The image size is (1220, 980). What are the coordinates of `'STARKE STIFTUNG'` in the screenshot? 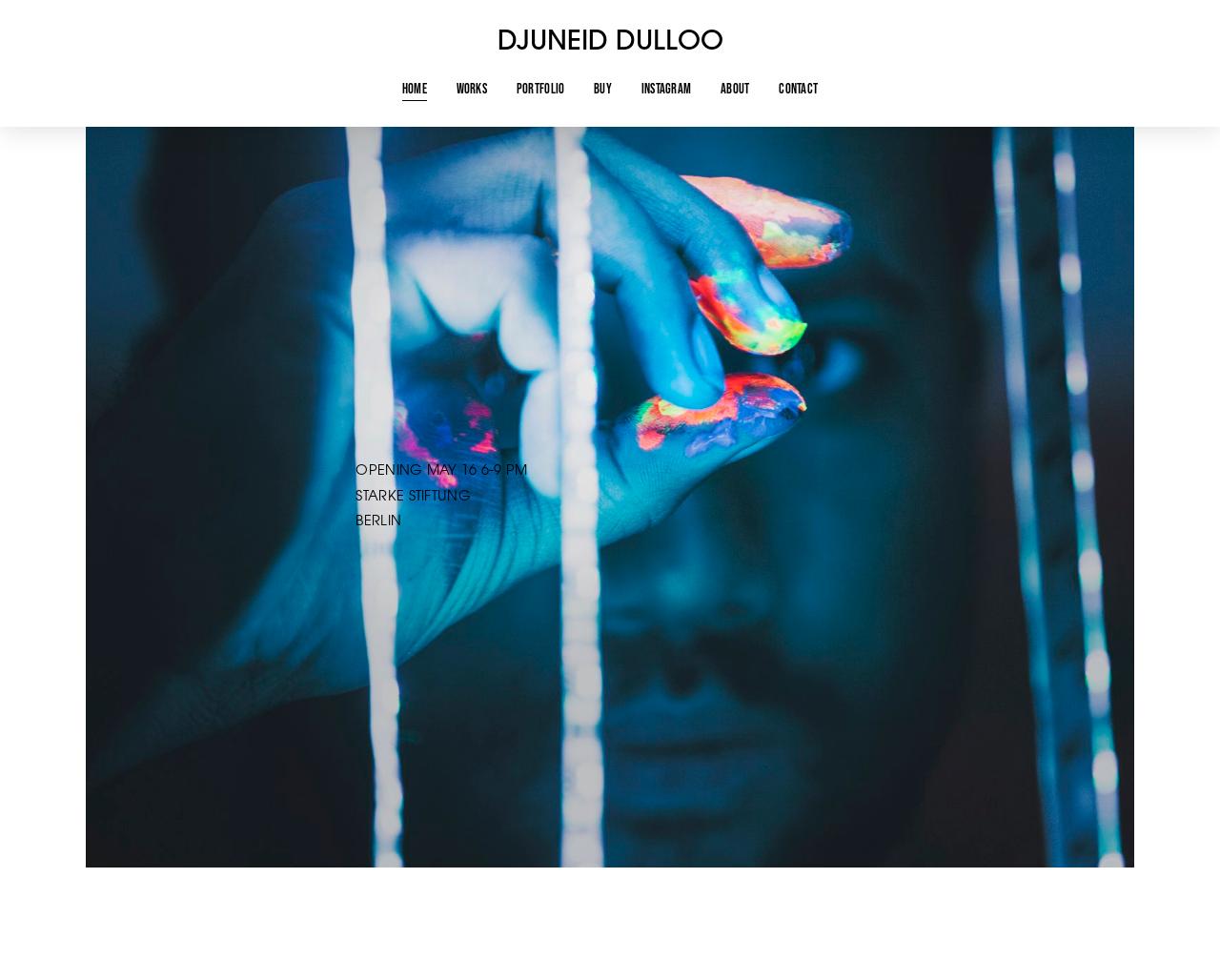 It's located at (414, 496).